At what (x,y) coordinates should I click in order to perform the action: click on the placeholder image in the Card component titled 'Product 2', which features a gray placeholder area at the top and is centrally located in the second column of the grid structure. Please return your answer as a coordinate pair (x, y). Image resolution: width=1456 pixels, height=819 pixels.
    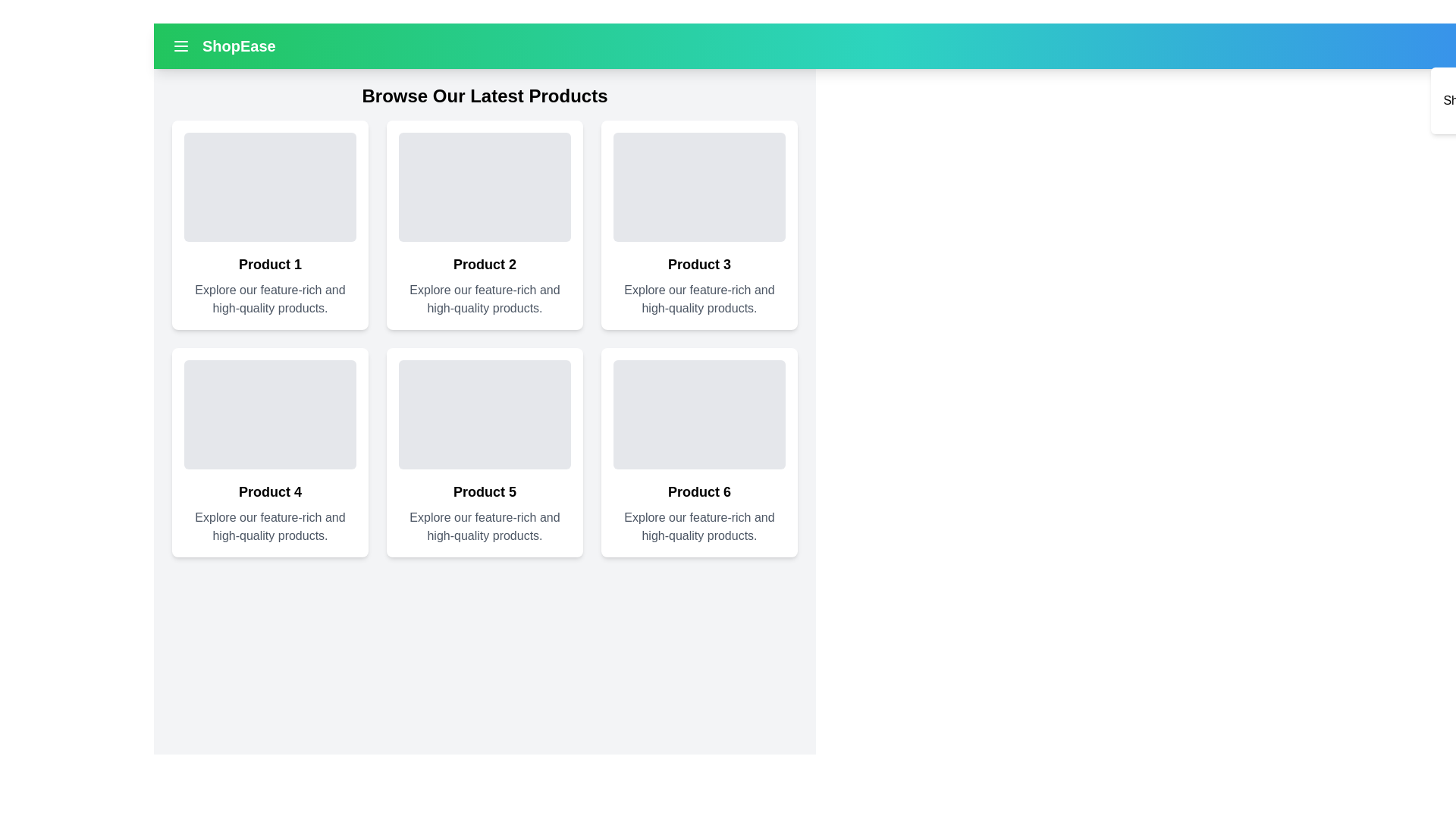
    Looking at the image, I should click on (484, 225).